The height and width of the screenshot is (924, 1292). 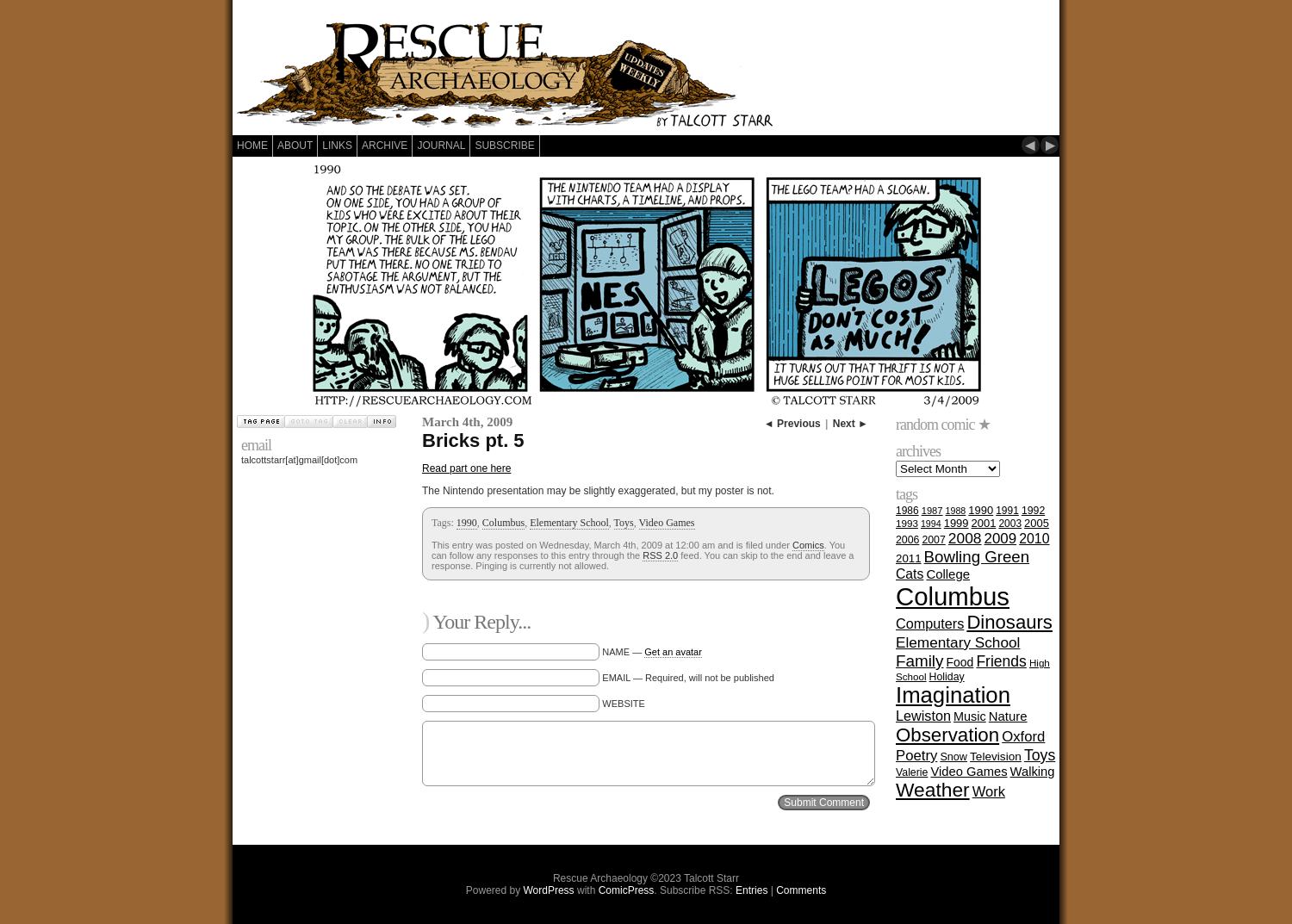 What do you see at coordinates (443, 521) in the screenshot?
I see `'Tags:'` at bounding box center [443, 521].